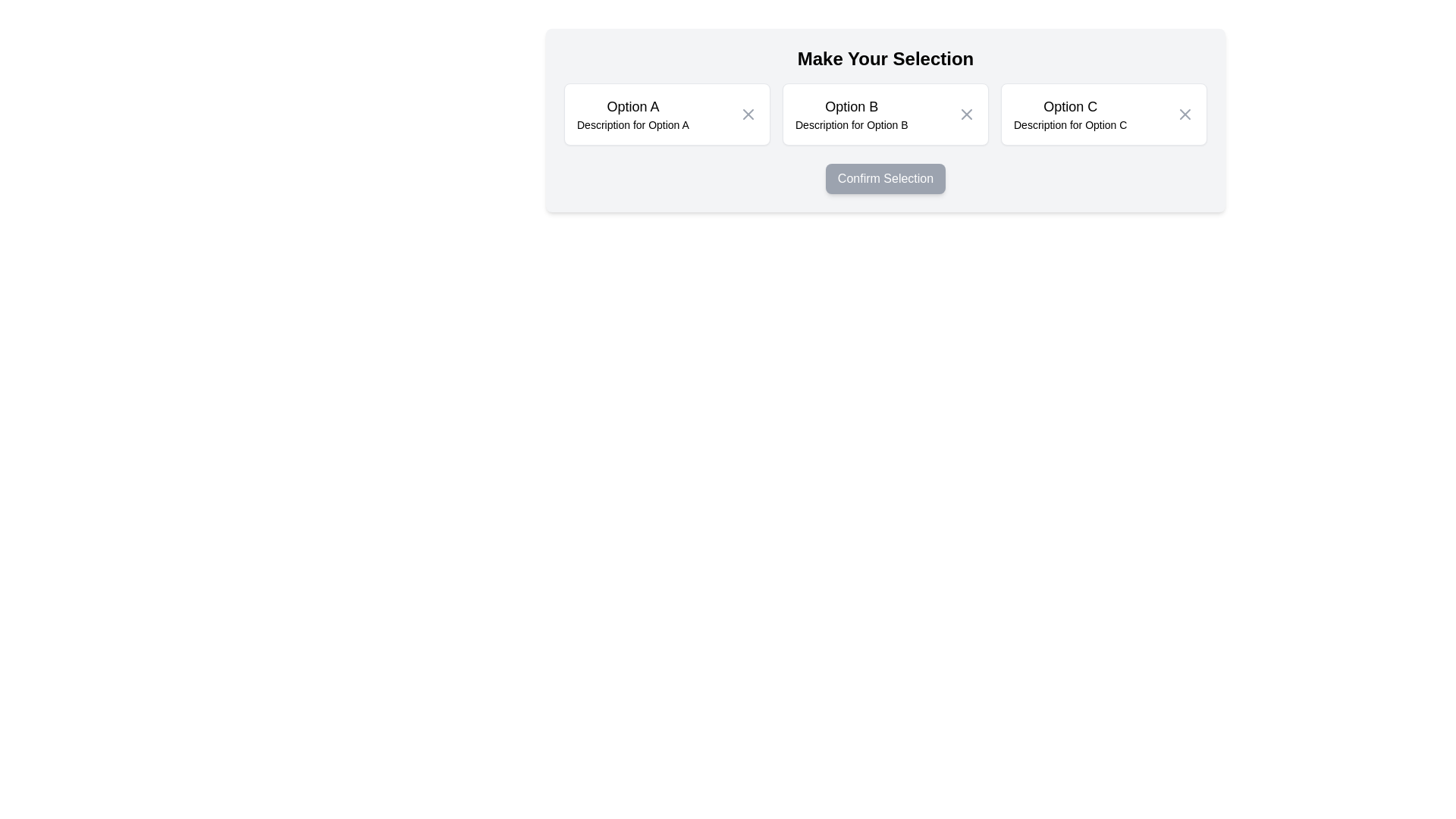 The width and height of the screenshot is (1456, 819). Describe the element at coordinates (852, 124) in the screenshot. I see `the descriptive text label for 'Option B', which is located directly below the title 'Option B' in the middle card of a three-column layout` at that location.